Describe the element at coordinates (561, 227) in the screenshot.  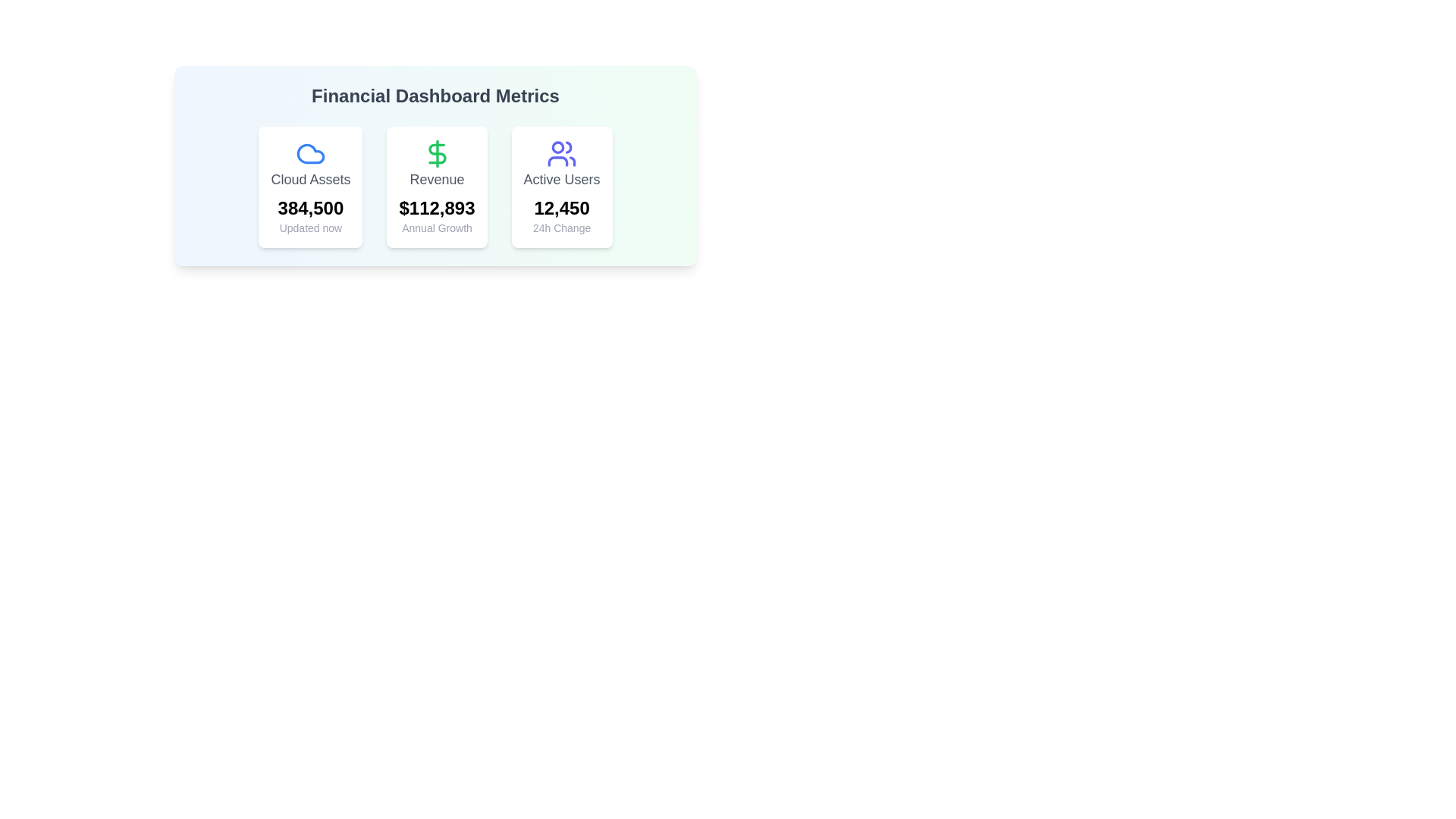
I see `the Text label providing context for the metric's timeframe or type of data measurement located below the bold numerical value '12,450' in the 'Active Users' card, which is the third card from the left` at that location.